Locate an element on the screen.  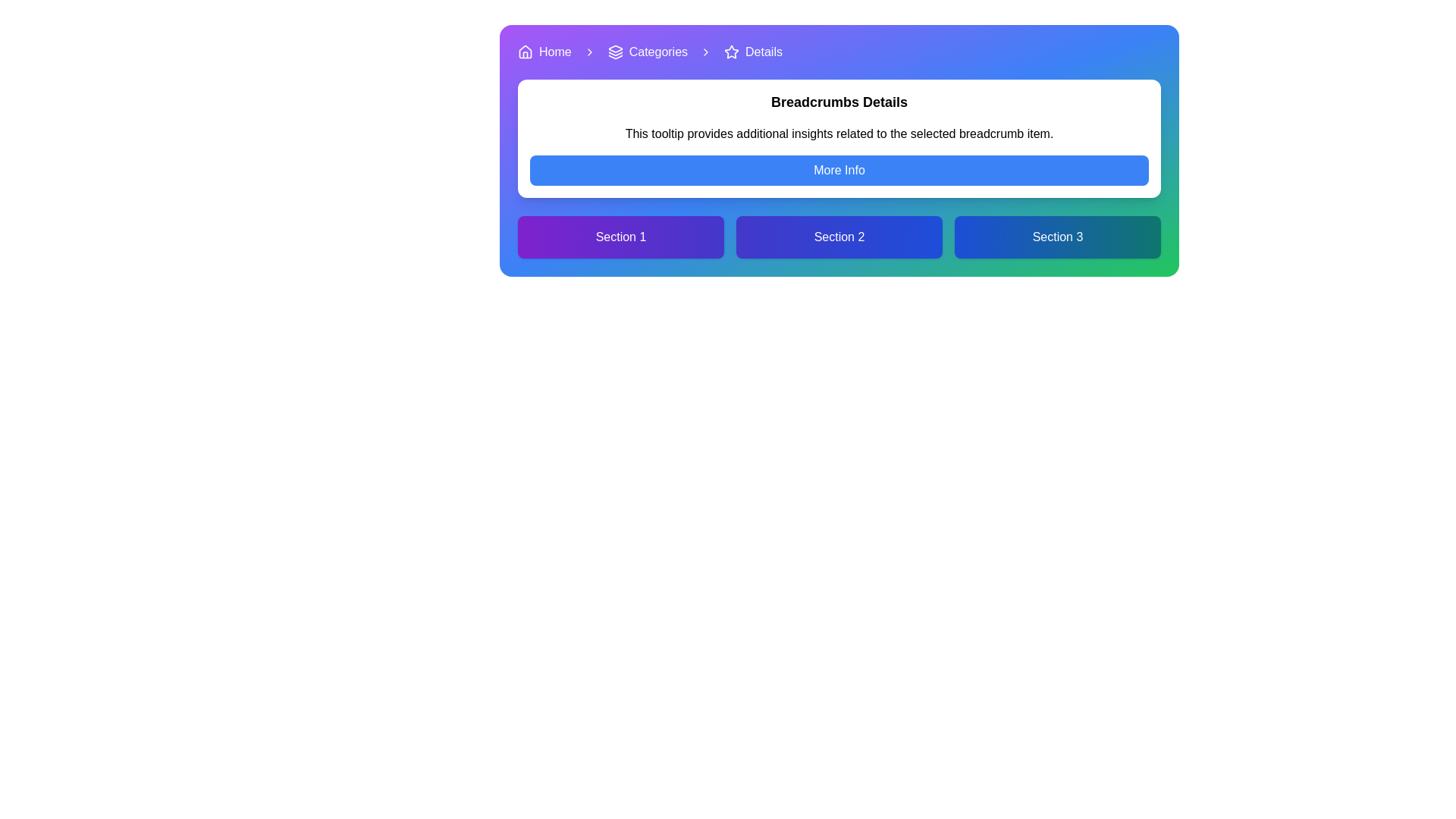
the Breadcrumb item element which consists of a star icon followed by the text 'Details' on the rightmost side of the breadcrumb navigation bar is located at coordinates (753, 52).